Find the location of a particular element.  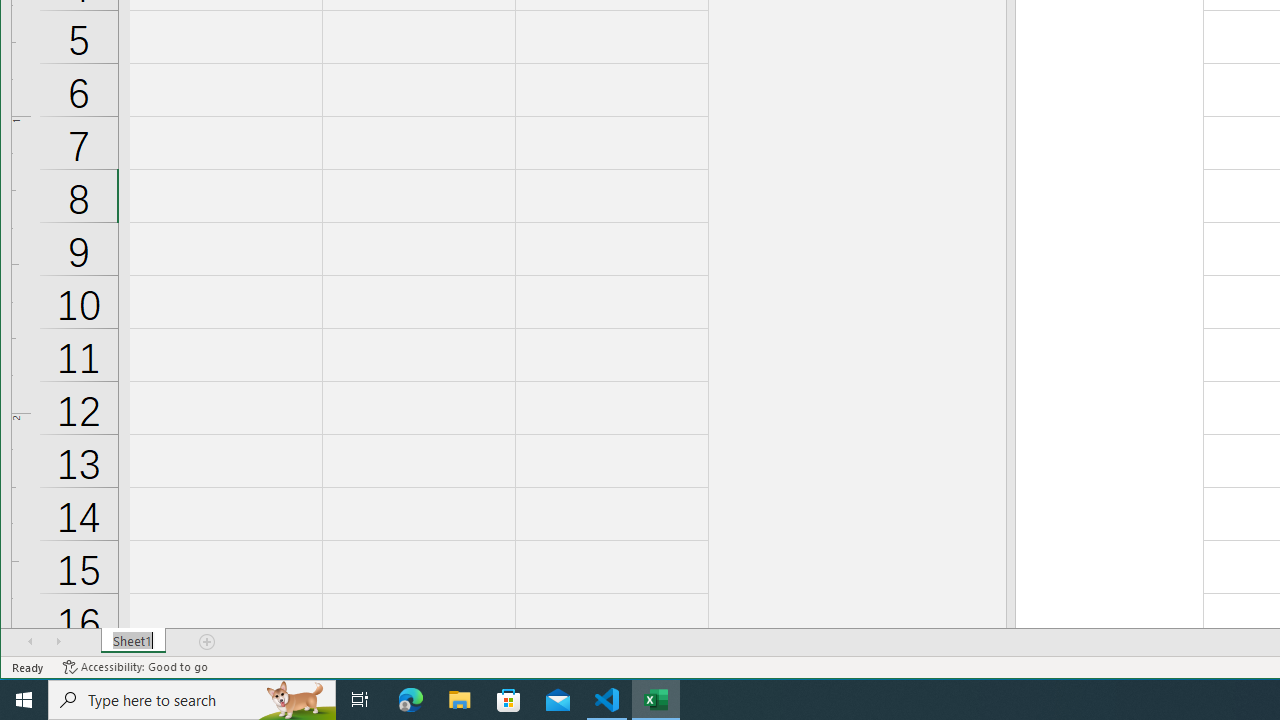

'Sheet1' is located at coordinates (132, 641).